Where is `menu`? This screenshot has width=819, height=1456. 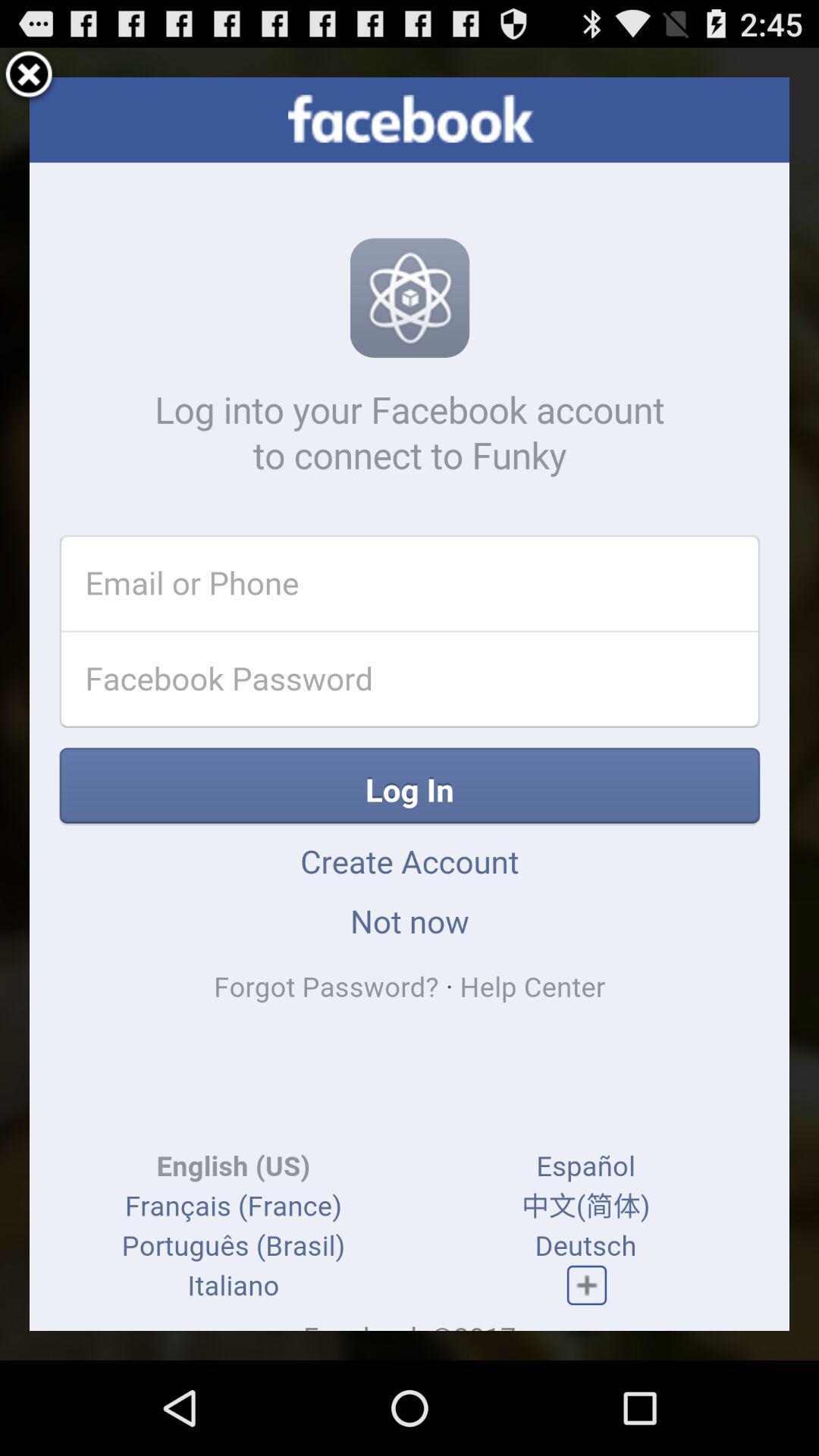 menu is located at coordinates (29, 76).